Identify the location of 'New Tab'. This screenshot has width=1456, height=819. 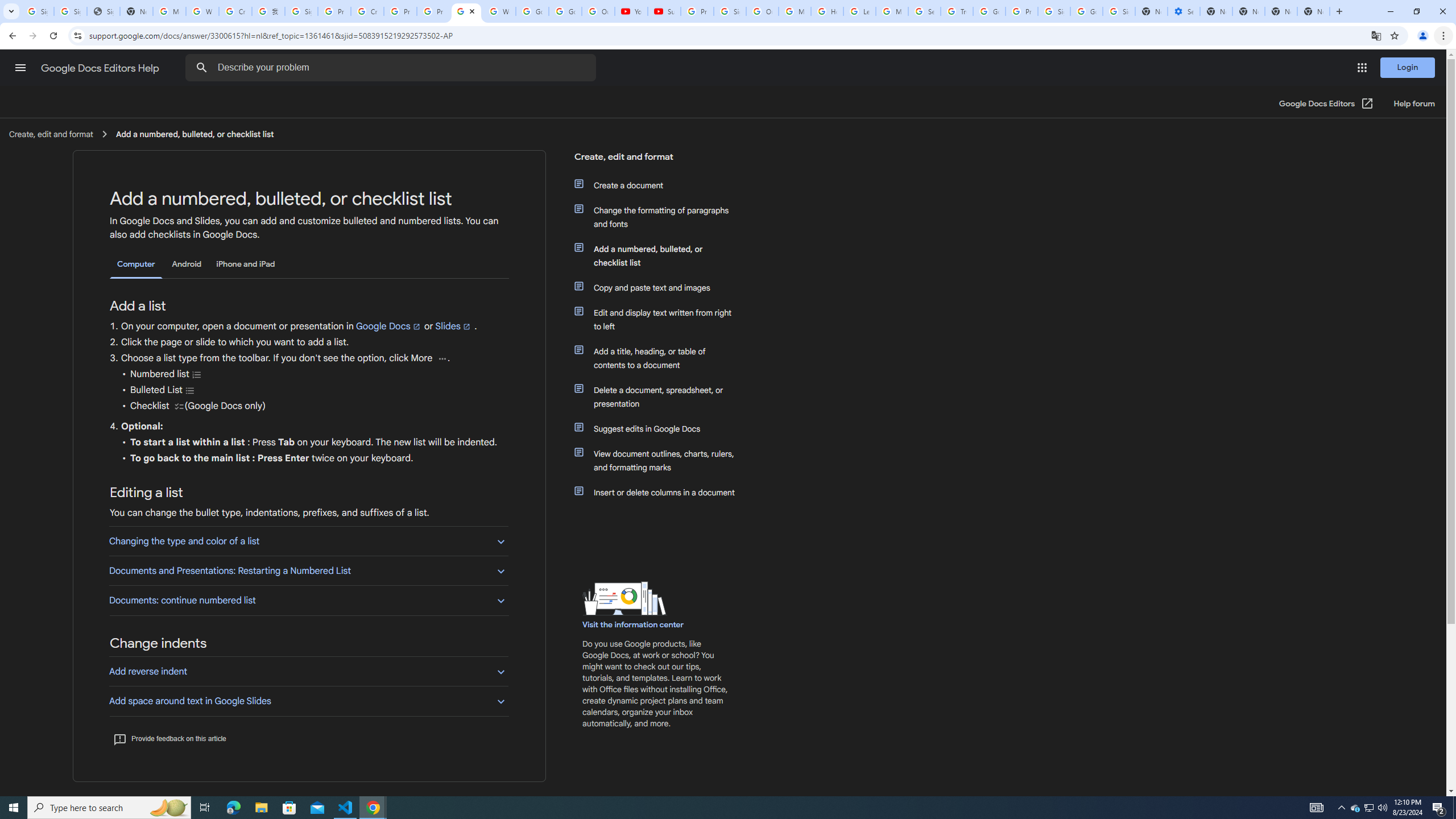
(1338, 11).